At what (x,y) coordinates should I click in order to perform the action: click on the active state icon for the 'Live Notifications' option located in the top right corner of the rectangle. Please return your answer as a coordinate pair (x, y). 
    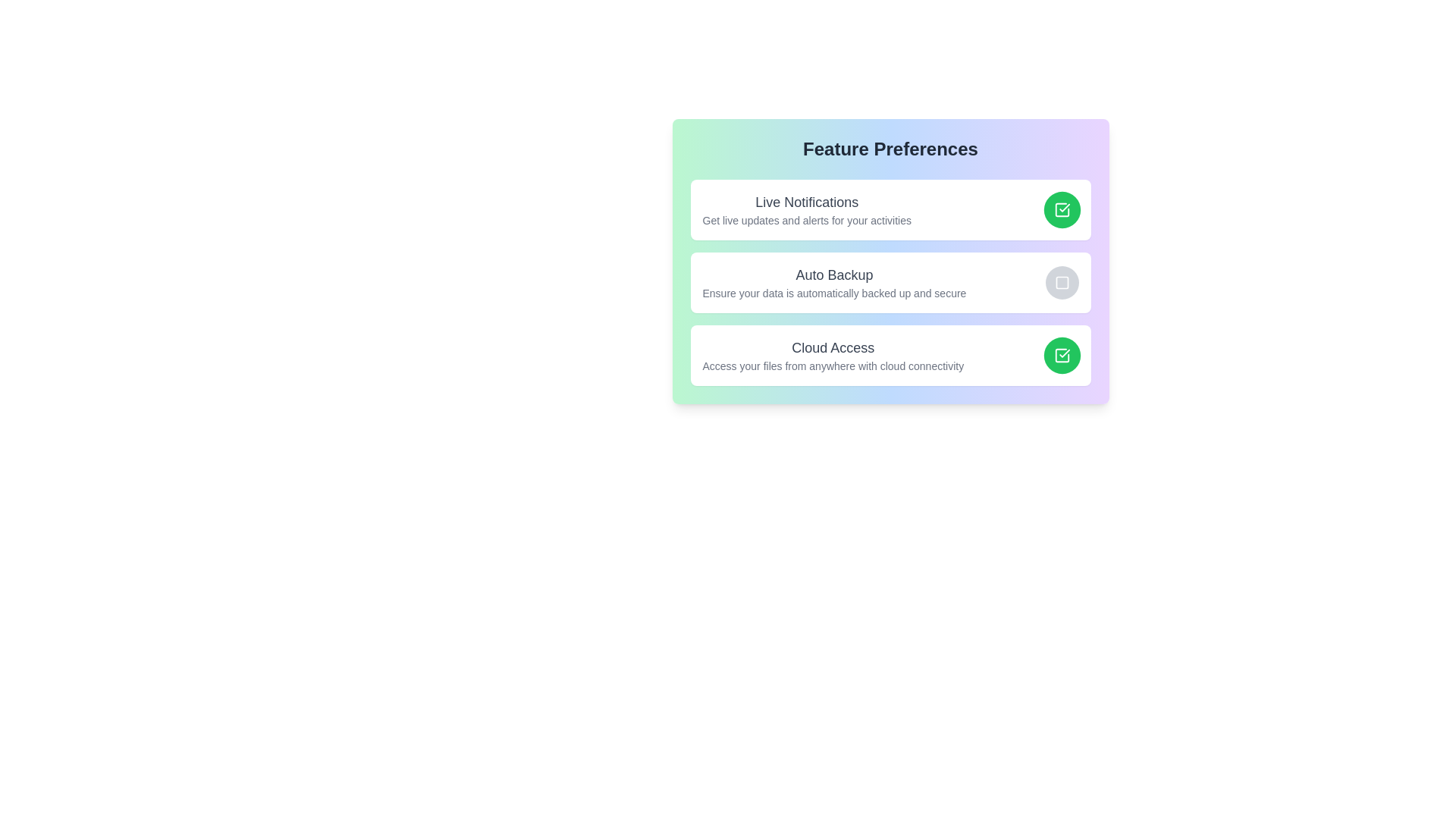
    Looking at the image, I should click on (1063, 353).